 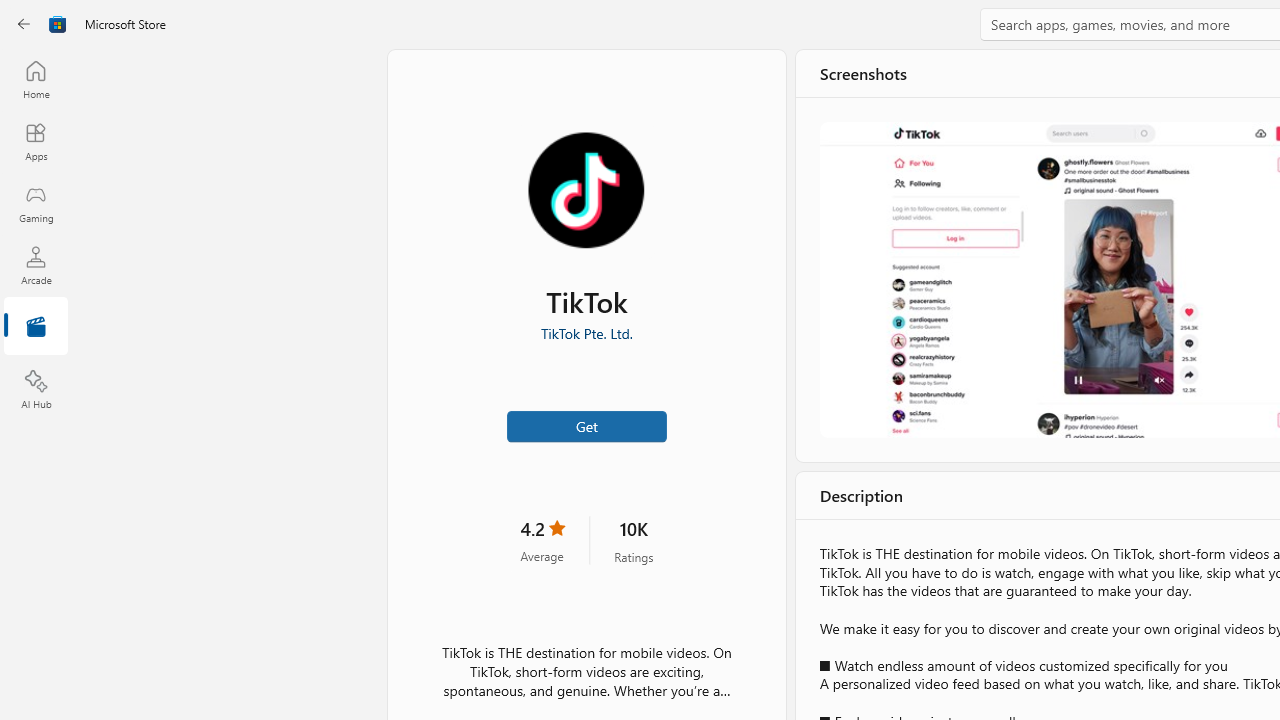 I want to click on 'Apps', so click(x=35, y=140).